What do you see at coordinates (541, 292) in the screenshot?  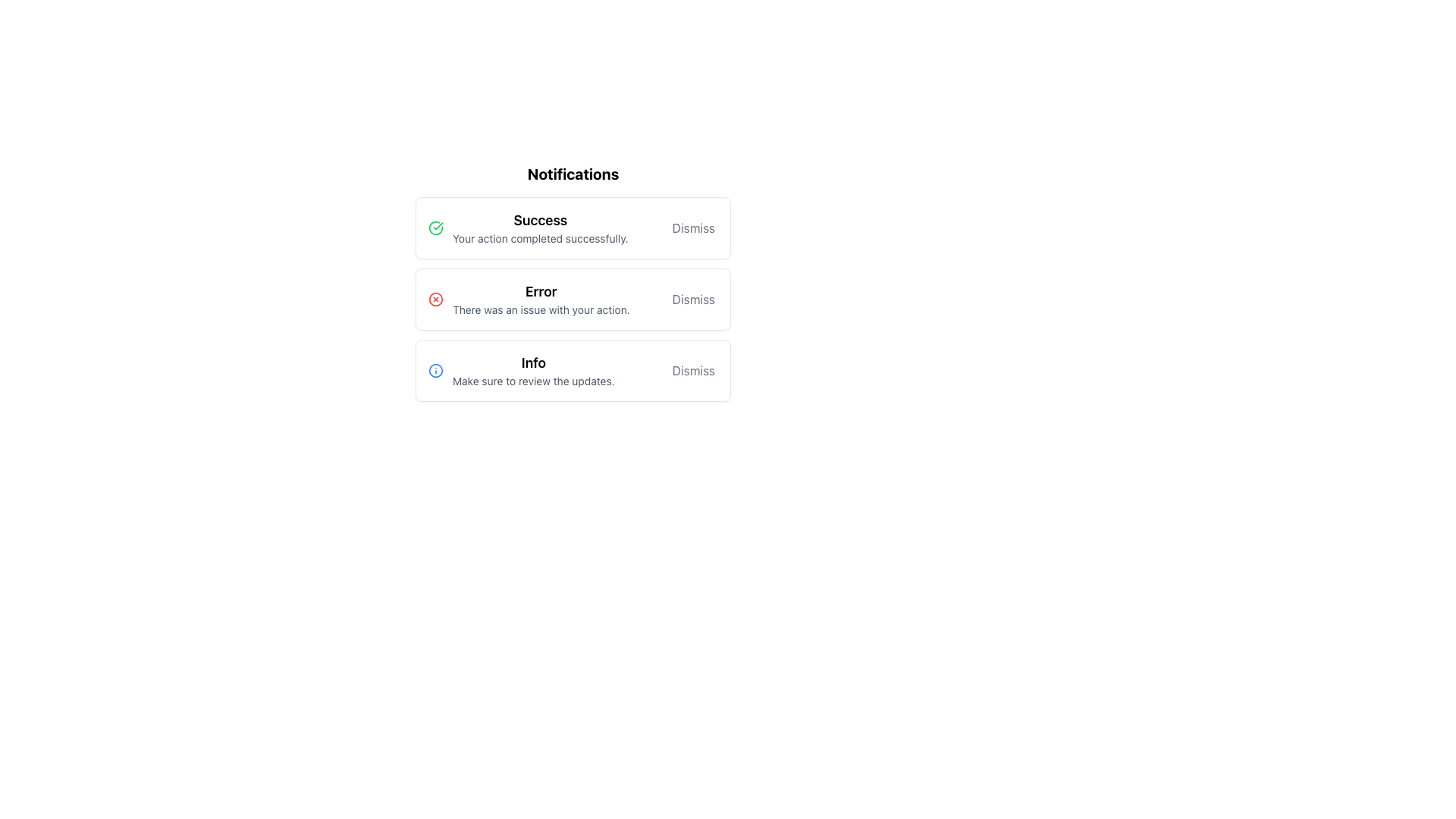 I see `the 'Error' text element displayed in bold, larger font within the notification card labeled 'Error', located near the center of the interface` at bounding box center [541, 292].